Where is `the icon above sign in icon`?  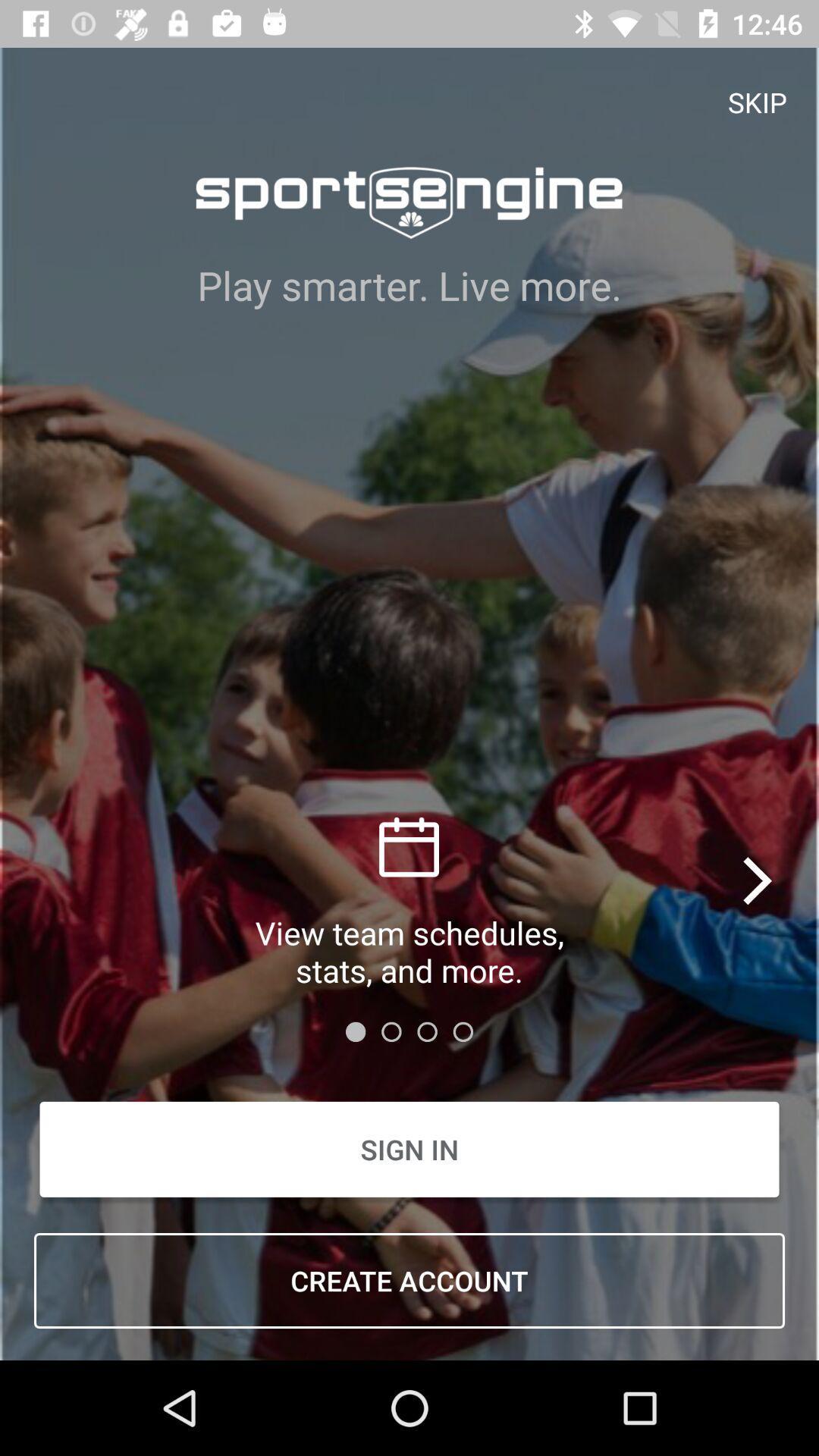
the icon above sign in icon is located at coordinates (759, 880).